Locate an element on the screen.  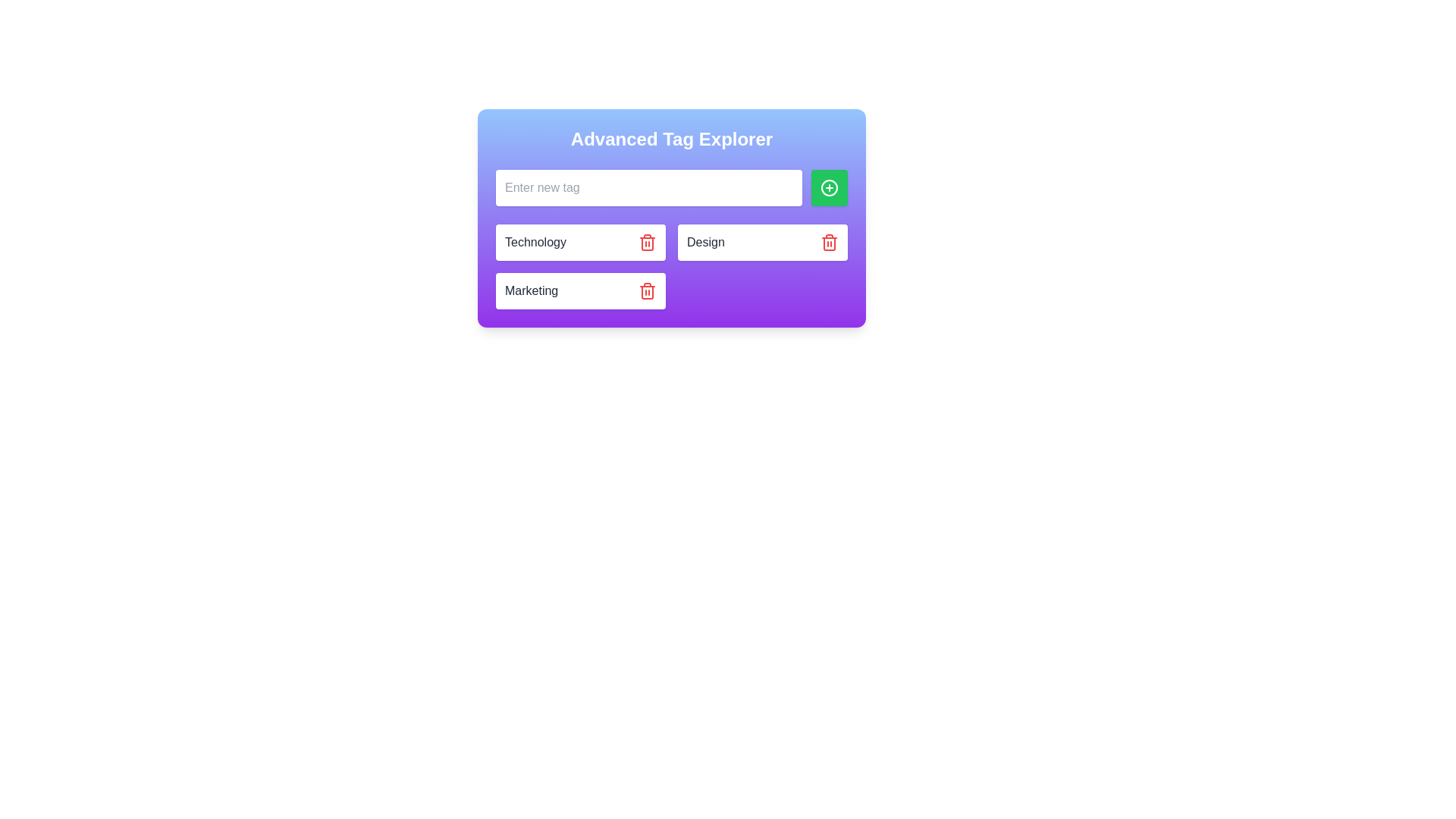
the delete button for the 'Marketing' tag is located at coordinates (648, 291).